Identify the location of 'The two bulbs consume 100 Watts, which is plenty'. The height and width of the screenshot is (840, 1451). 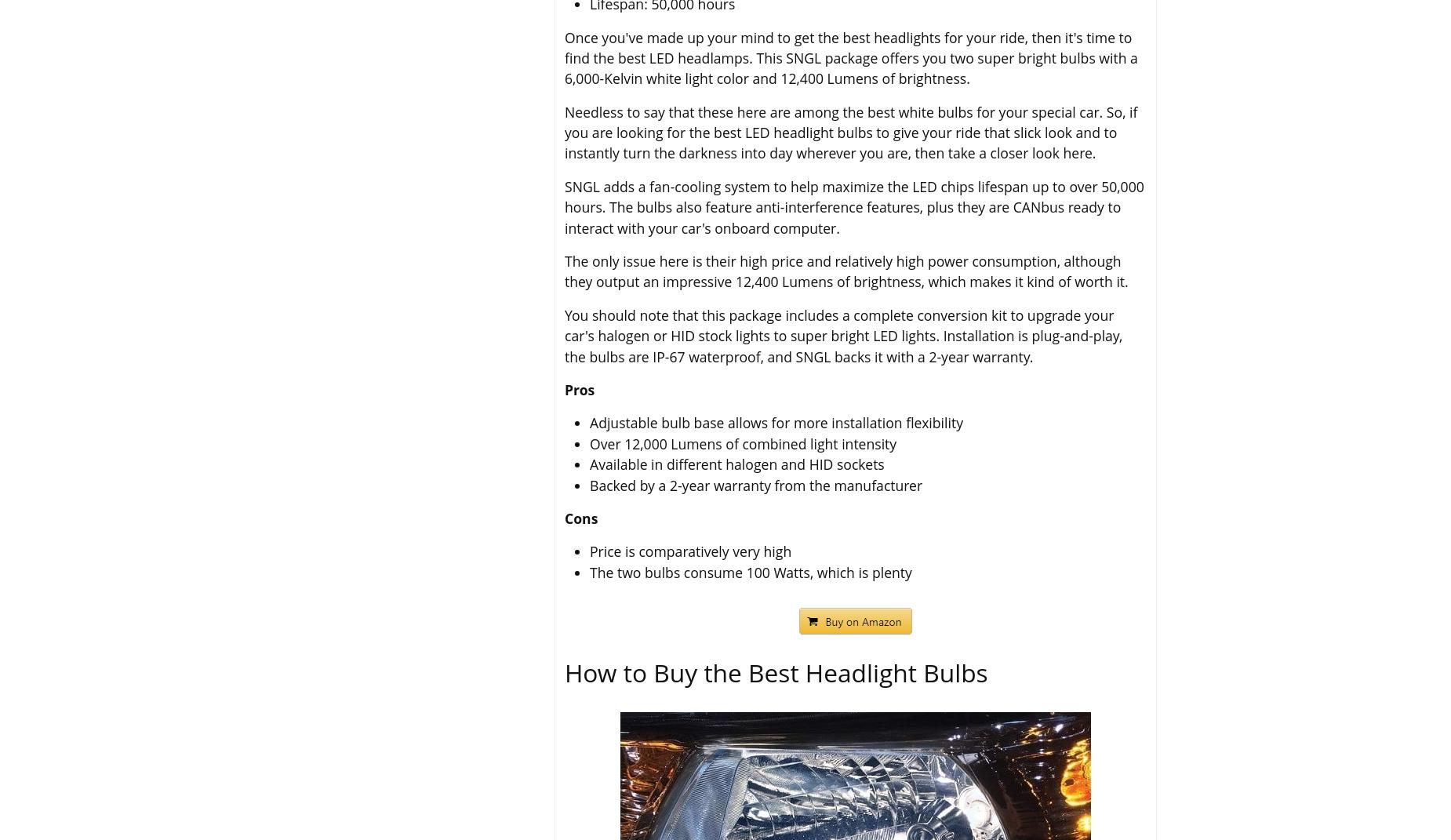
(750, 572).